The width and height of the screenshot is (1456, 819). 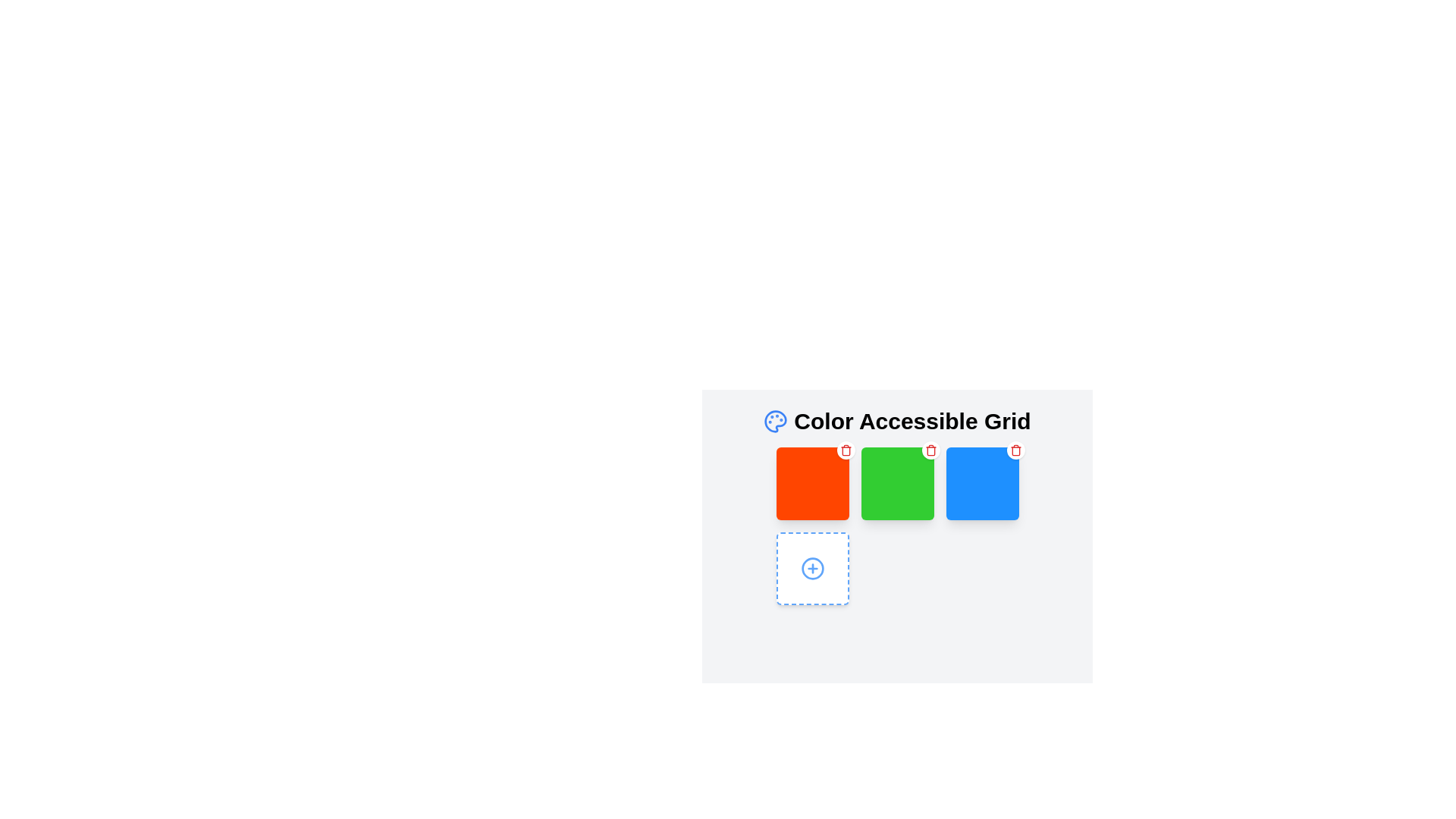 I want to click on the decorative icon symbolizing the color grid functionality, located to the left of the 'Color Accessible Grid' text in the heading section, so click(x=776, y=421).